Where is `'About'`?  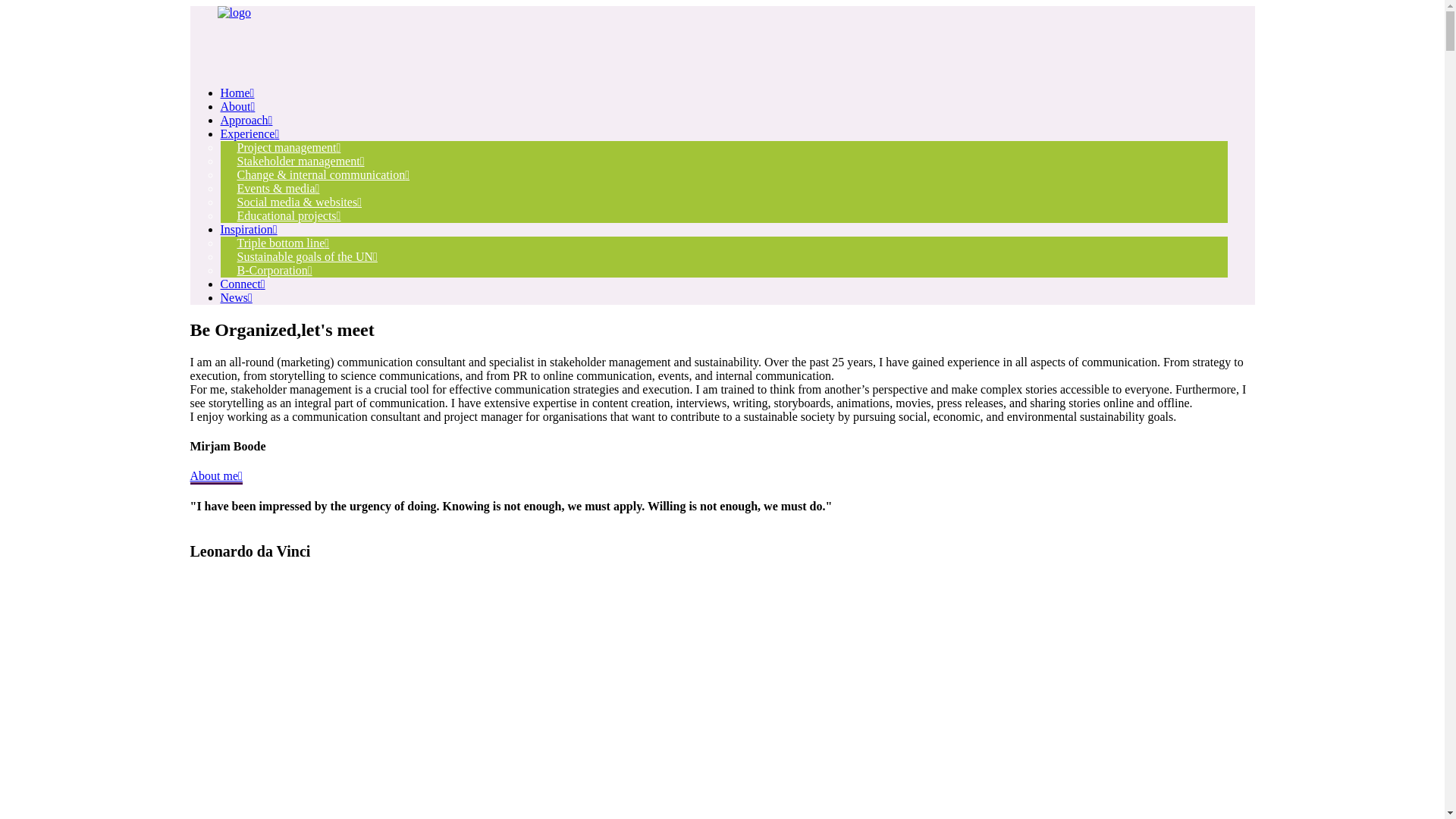 'About' is located at coordinates (236, 105).